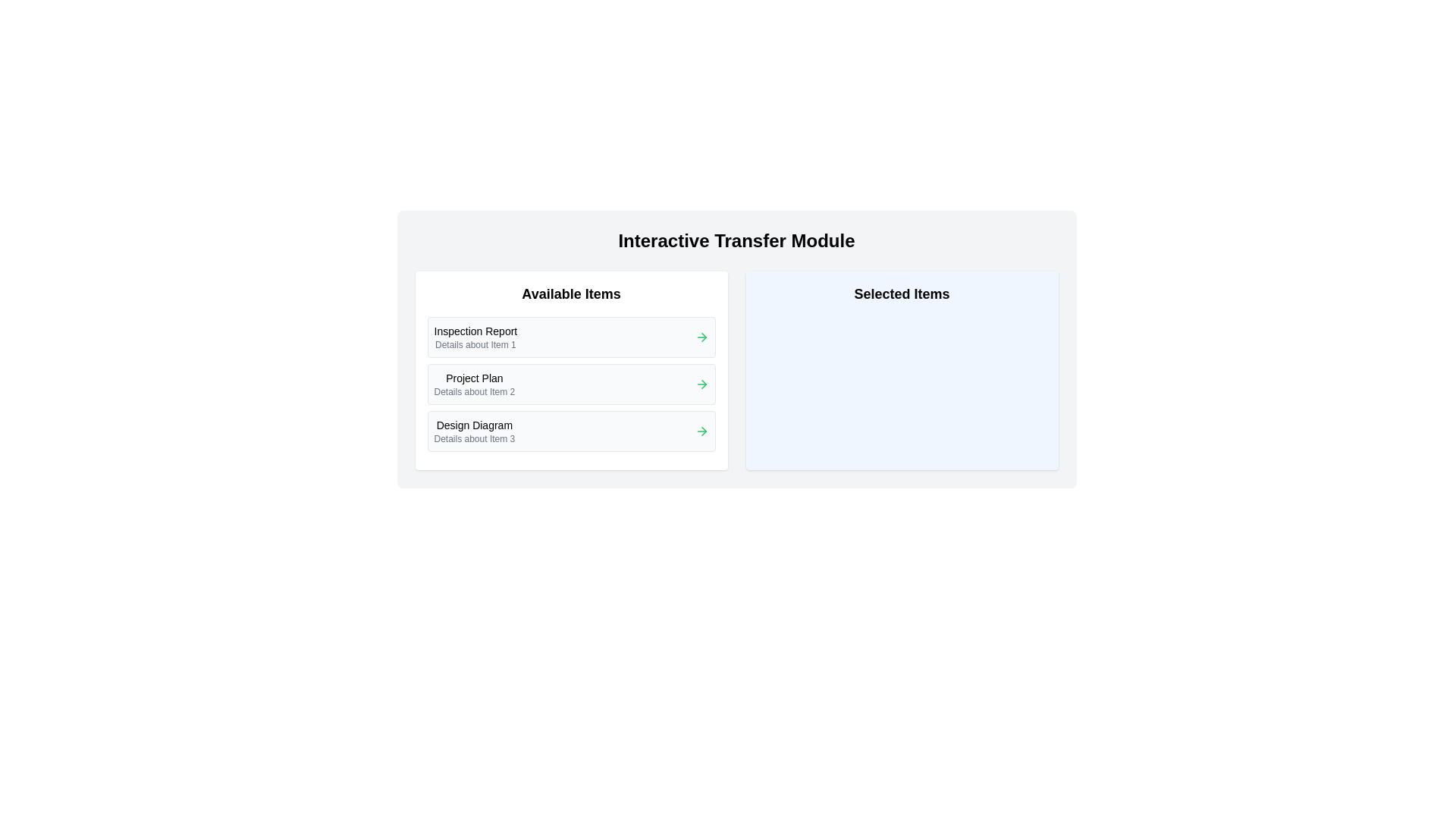 The width and height of the screenshot is (1456, 819). Describe the element at coordinates (703, 383) in the screenshot. I see `the arrow icon associated with the 'Project Plan' entry in the 'Available Items' section, which is the second icon in line with the text` at that location.